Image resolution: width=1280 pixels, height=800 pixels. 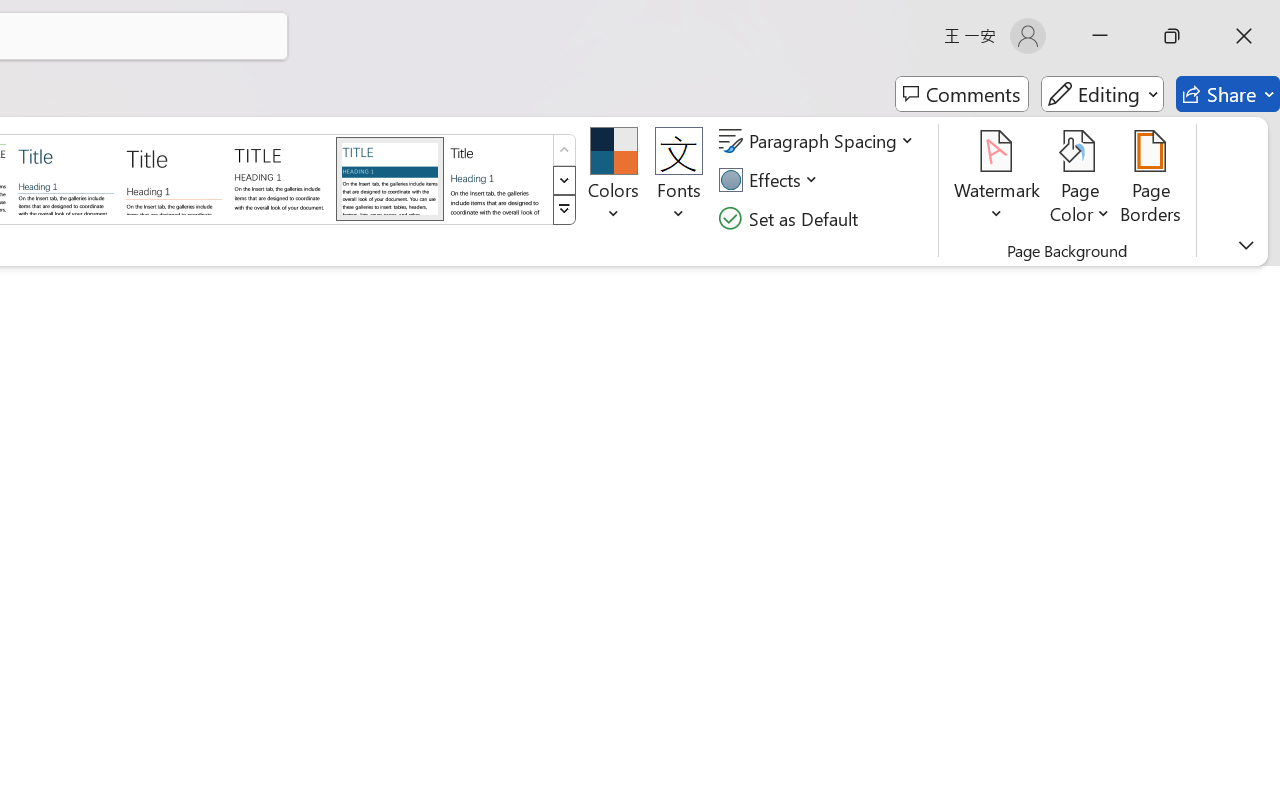 What do you see at coordinates (612, 179) in the screenshot?
I see `'Colors'` at bounding box center [612, 179].